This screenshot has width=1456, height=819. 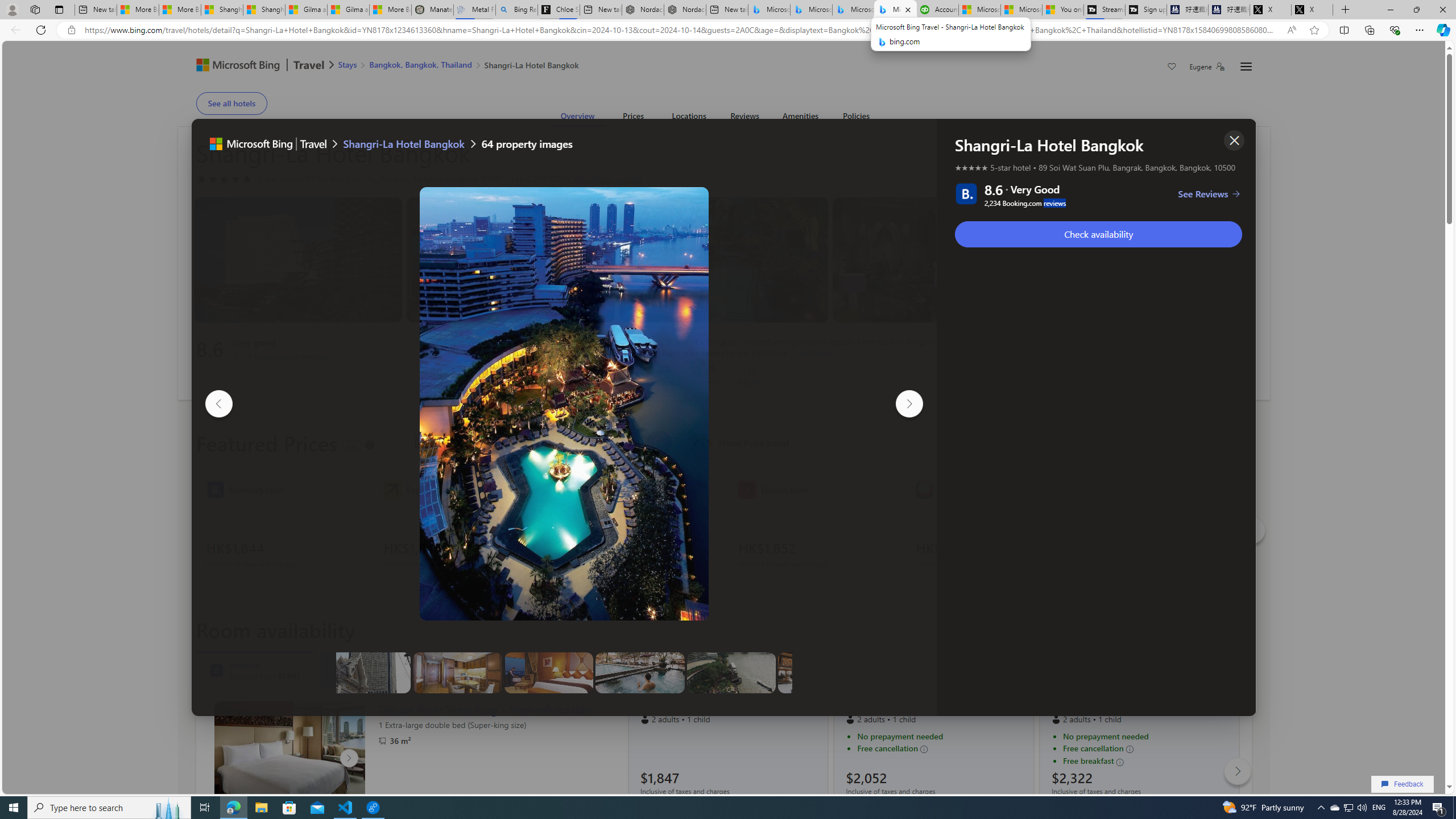 I want to click on 'Chloe Sorvino', so click(x=559, y=9).